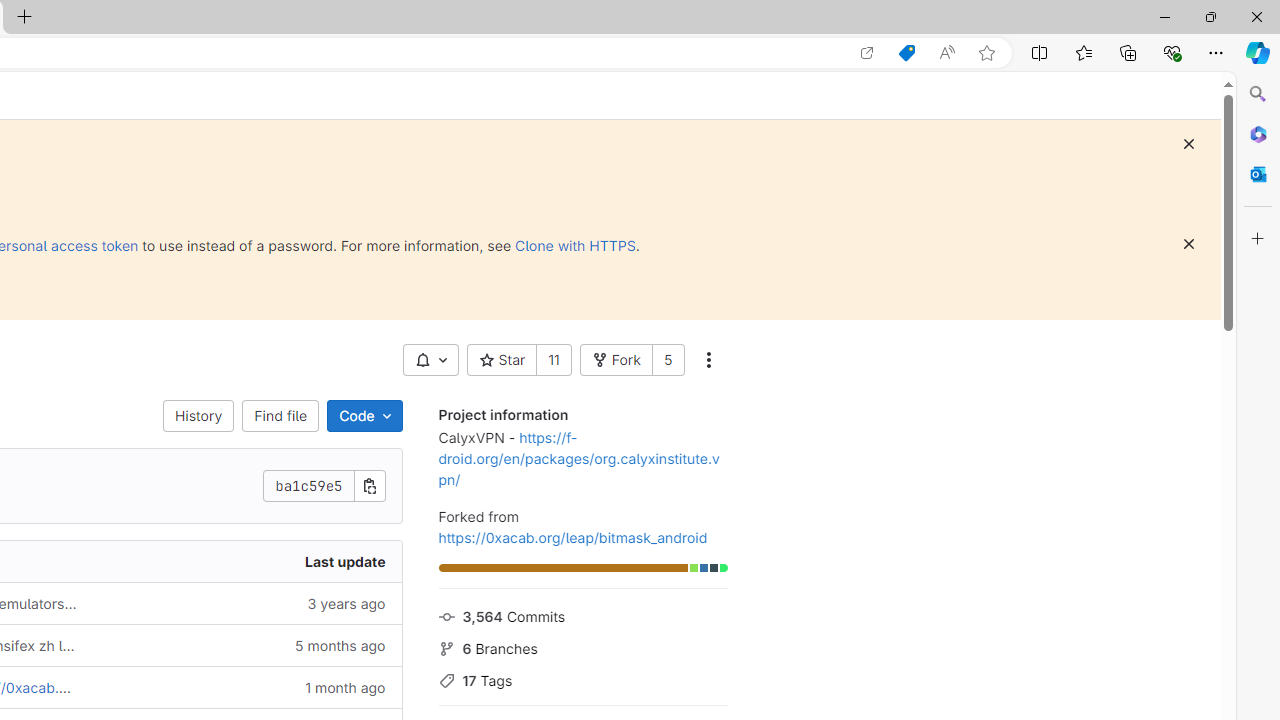 The height and width of the screenshot is (720, 1280). I want to click on 'More actions', so click(708, 360).